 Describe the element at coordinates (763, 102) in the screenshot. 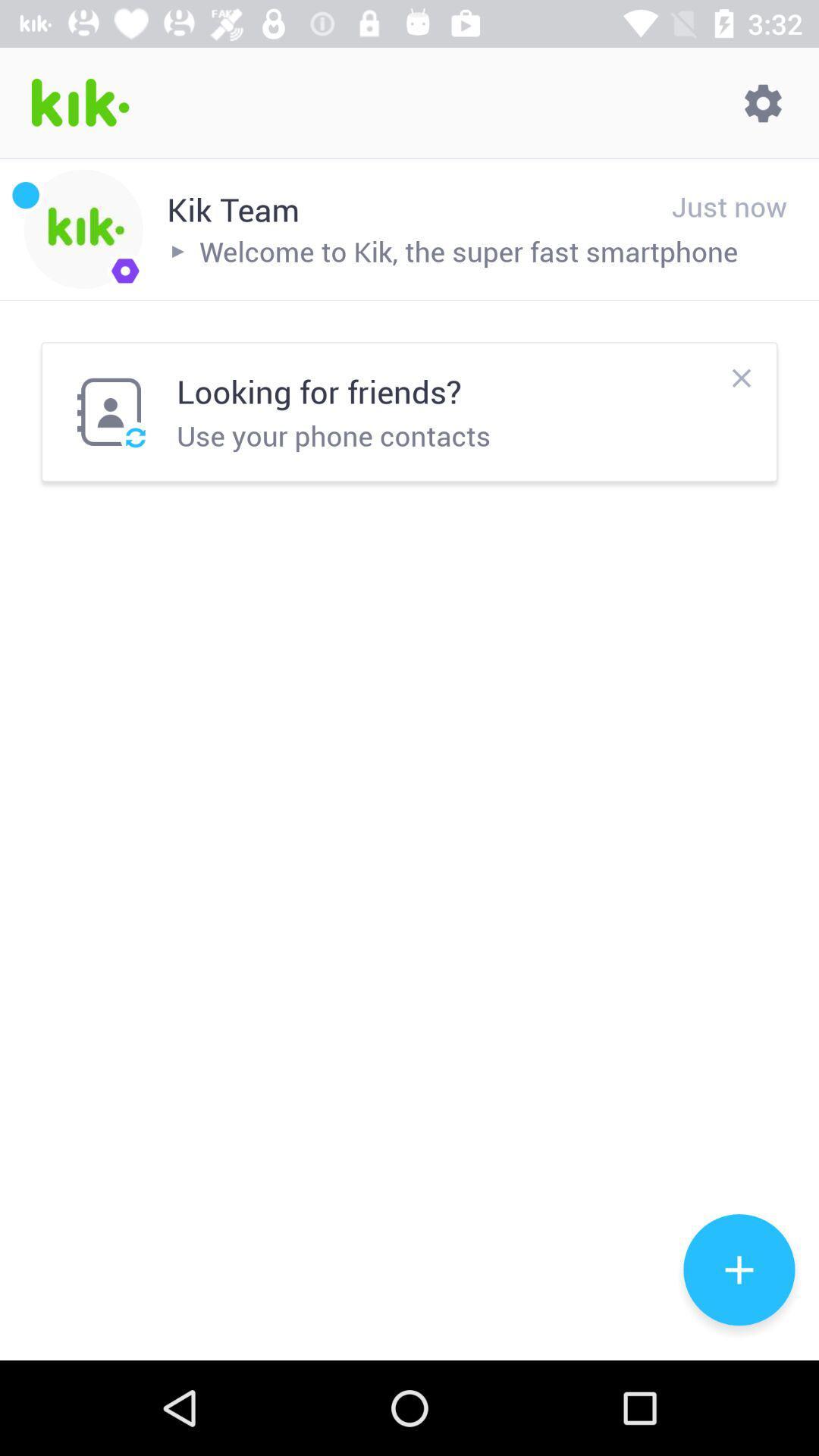

I see `the settings icon` at that location.